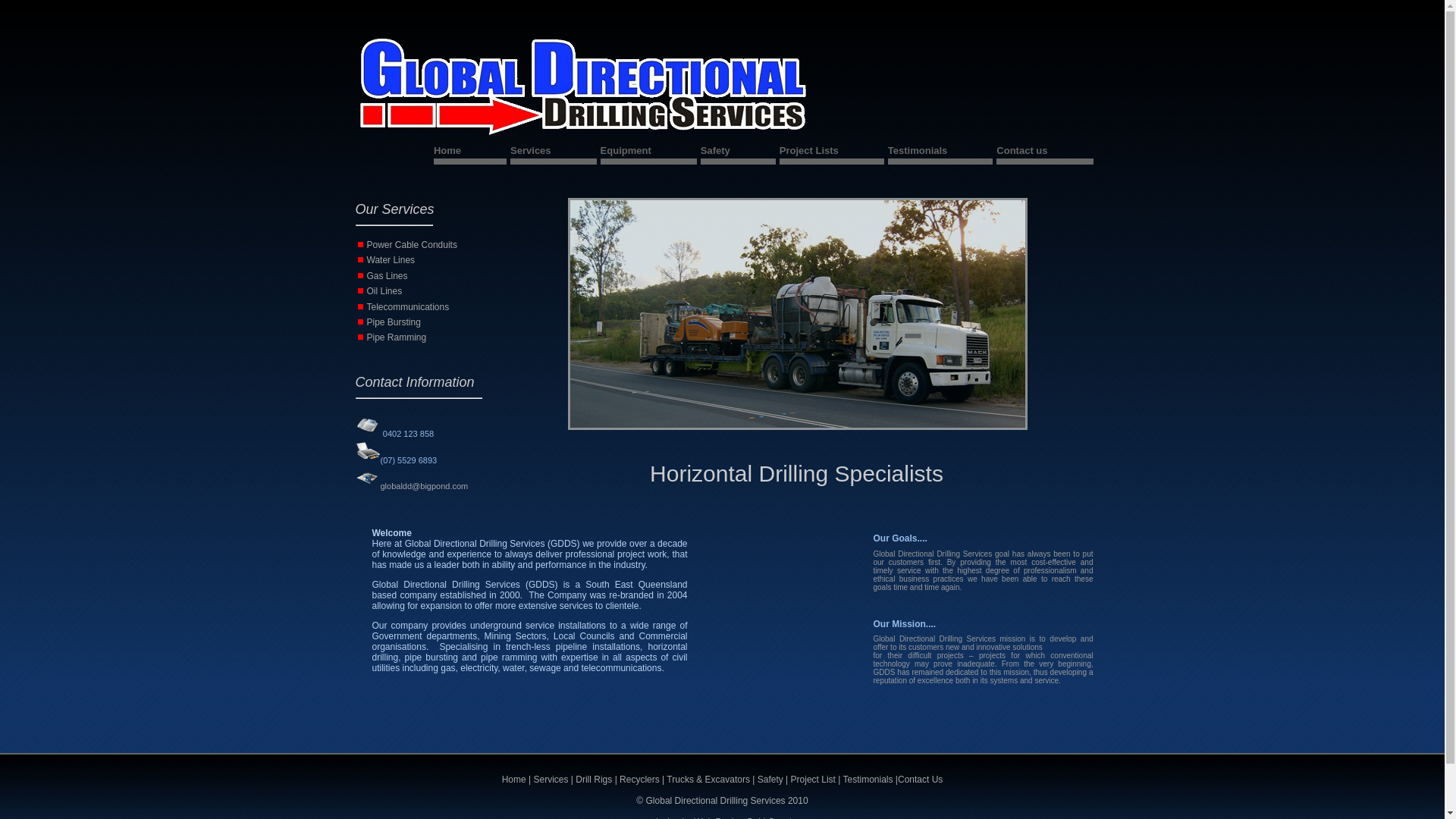 The height and width of the screenshot is (819, 1456). What do you see at coordinates (423, 485) in the screenshot?
I see `'globaldd@bigpond.com'` at bounding box center [423, 485].